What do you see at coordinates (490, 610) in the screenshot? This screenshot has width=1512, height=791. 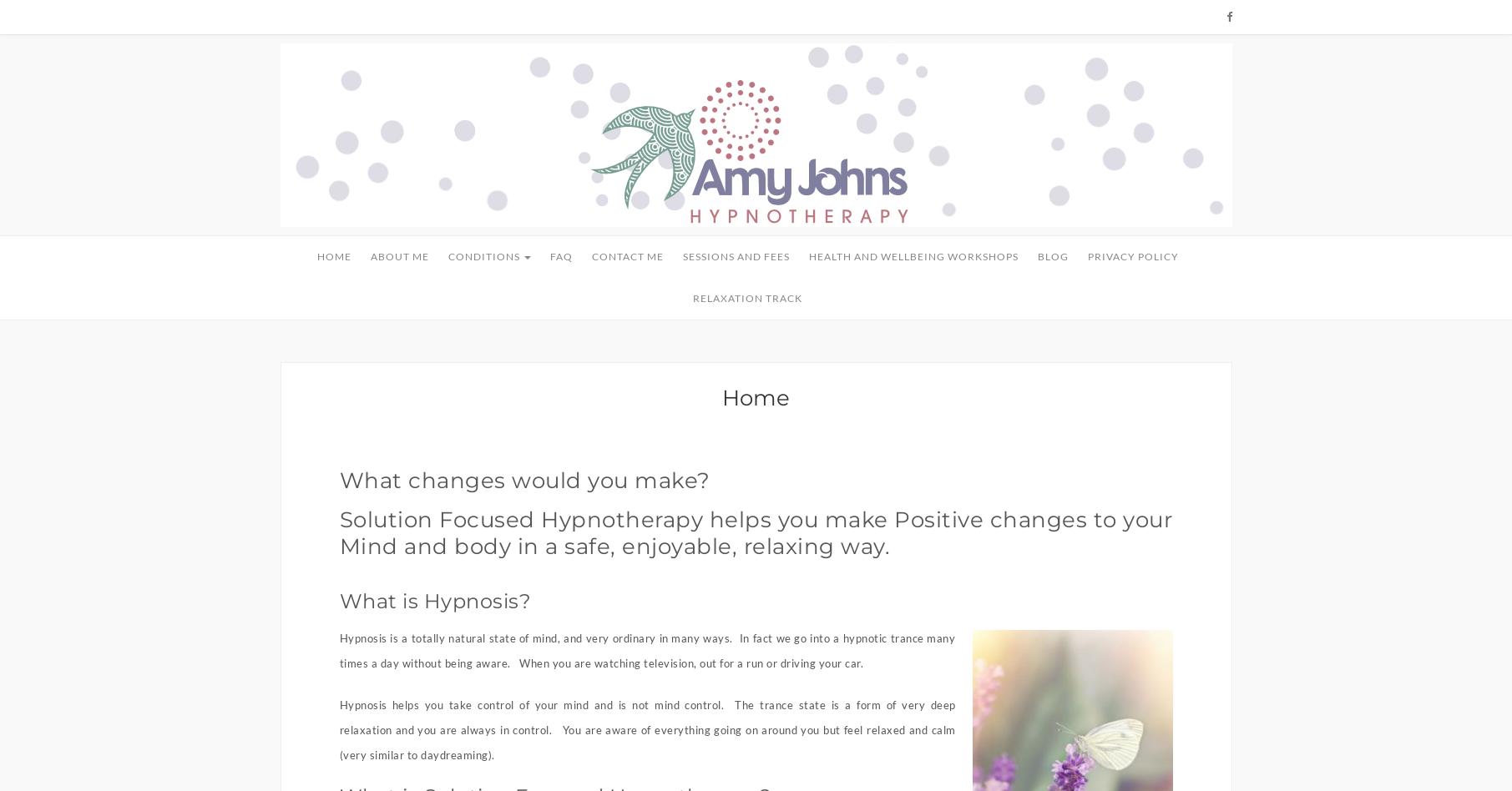 I see `'Motivation'` at bounding box center [490, 610].